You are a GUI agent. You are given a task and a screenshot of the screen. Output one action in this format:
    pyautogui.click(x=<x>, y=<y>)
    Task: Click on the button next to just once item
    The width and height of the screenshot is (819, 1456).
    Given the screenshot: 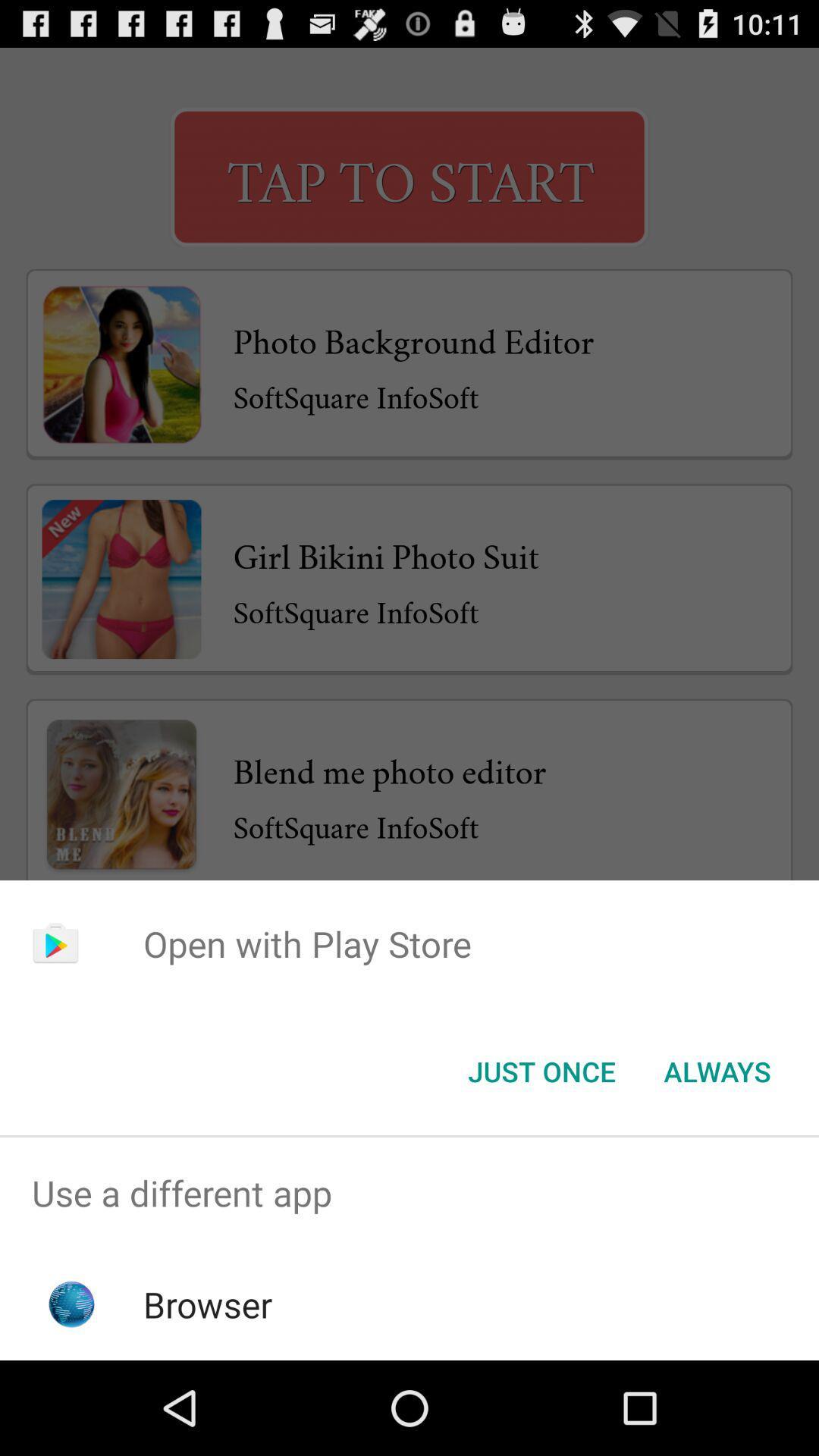 What is the action you would take?
    pyautogui.click(x=717, y=1070)
    